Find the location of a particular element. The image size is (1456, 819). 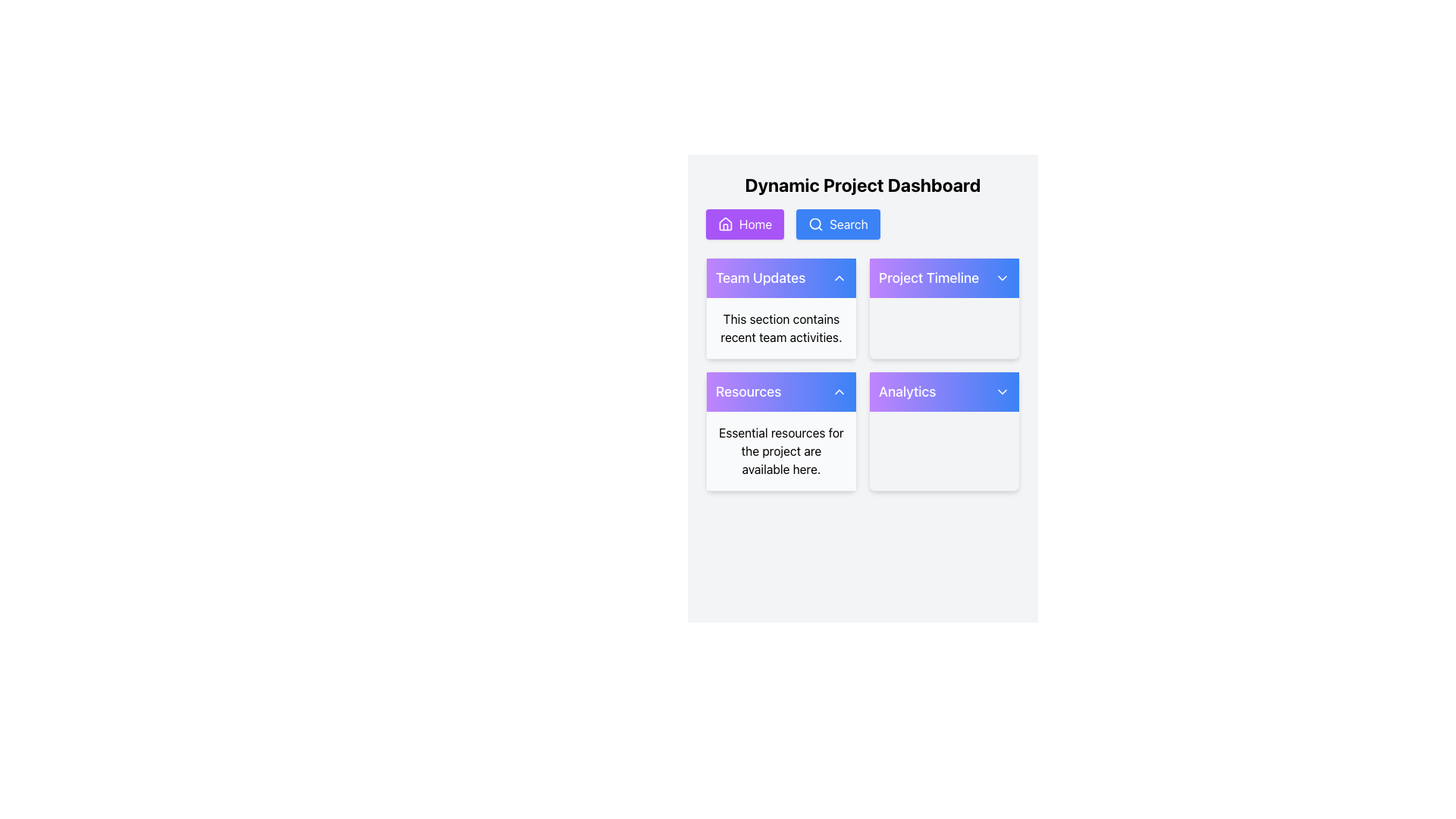

the upward-pointing chevron icon in the header of the 'Team Updates' card is located at coordinates (839, 278).